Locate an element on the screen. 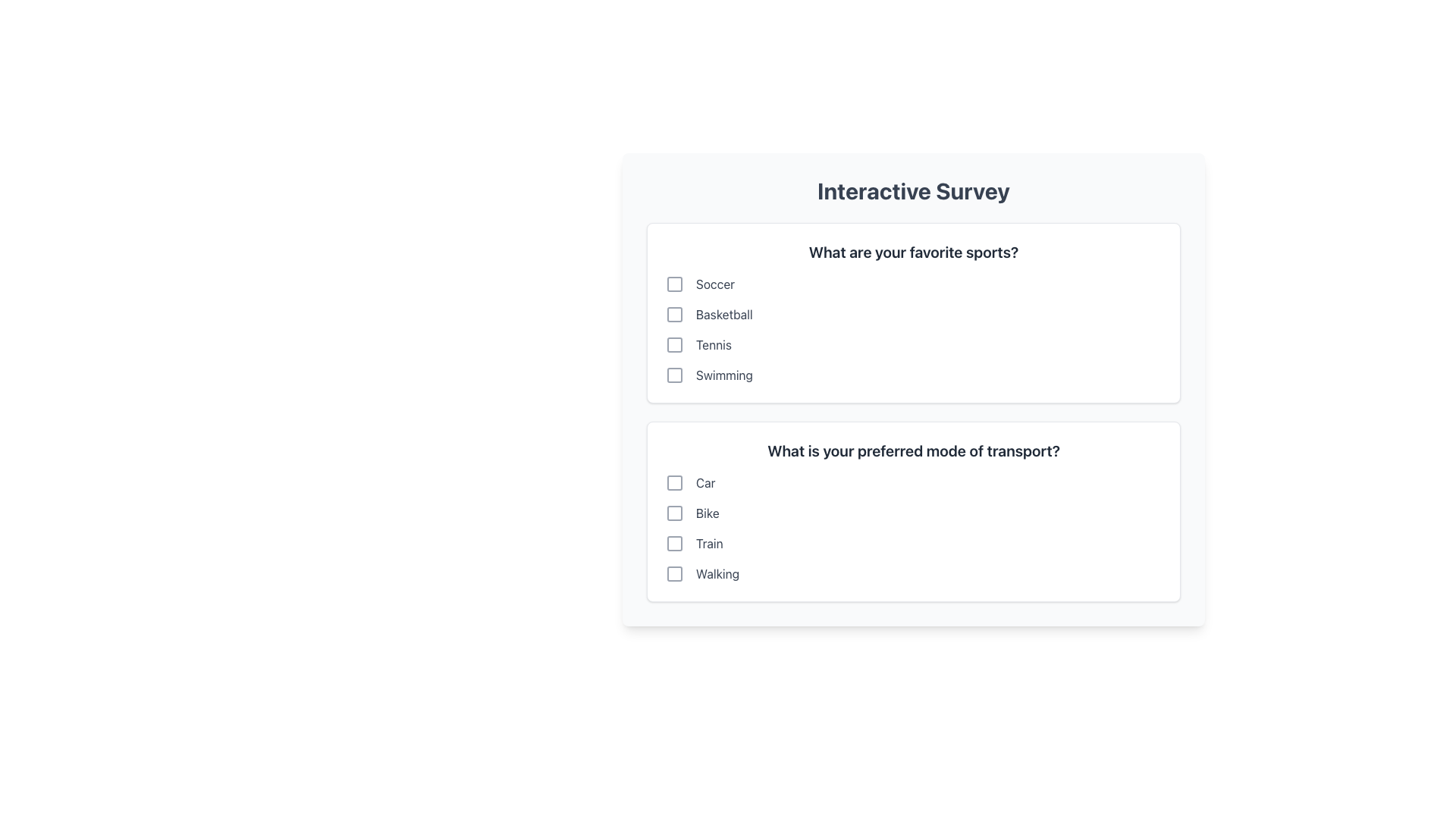 This screenshot has width=1456, height=819. the text label reading 'Walking' which is styled in dark gray and located next to a checkbox in the survey form under the question 'What is your preferred mode of transport?' is located at coordinates (717, 573).